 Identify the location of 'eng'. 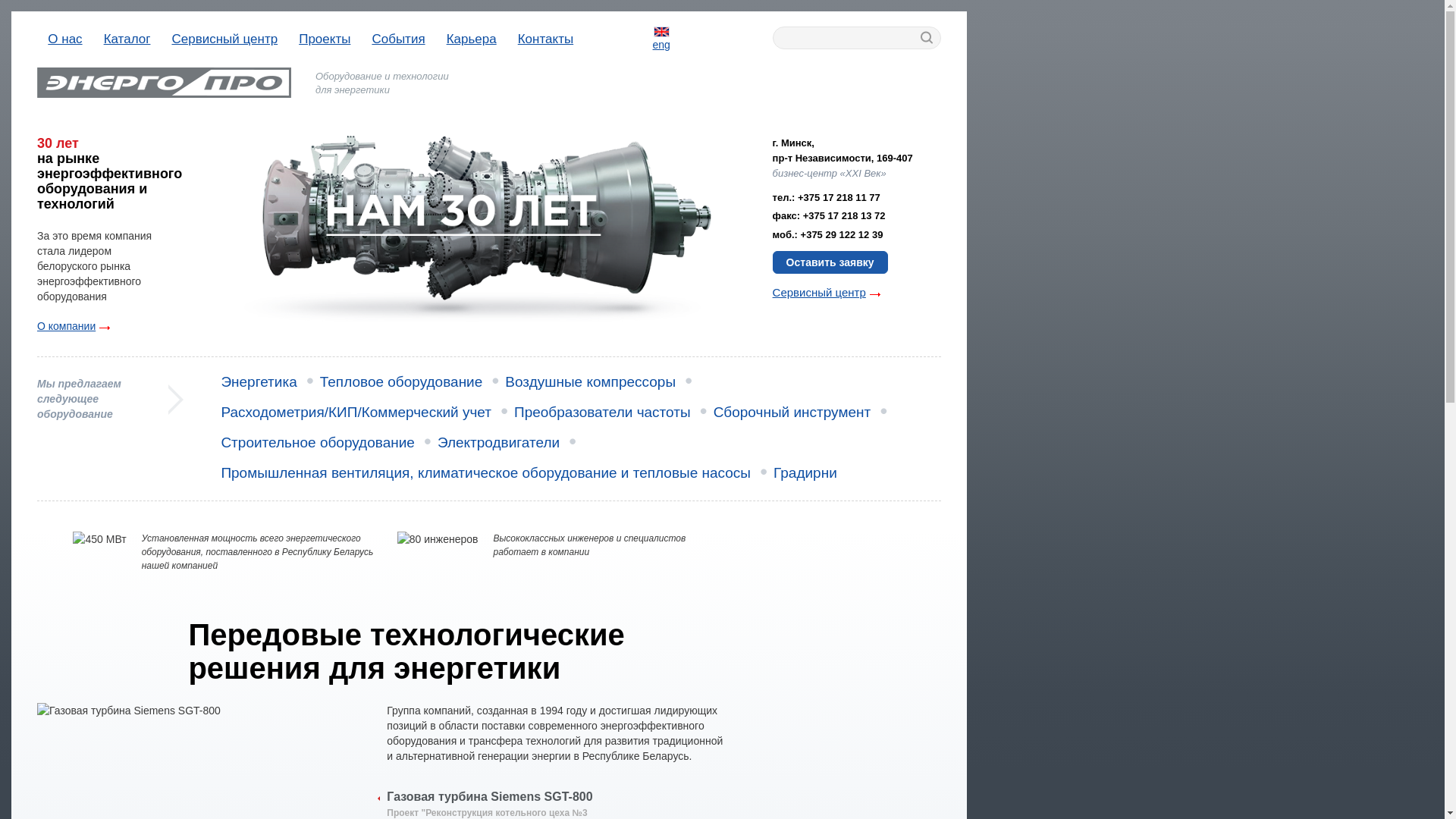
(661, 37).